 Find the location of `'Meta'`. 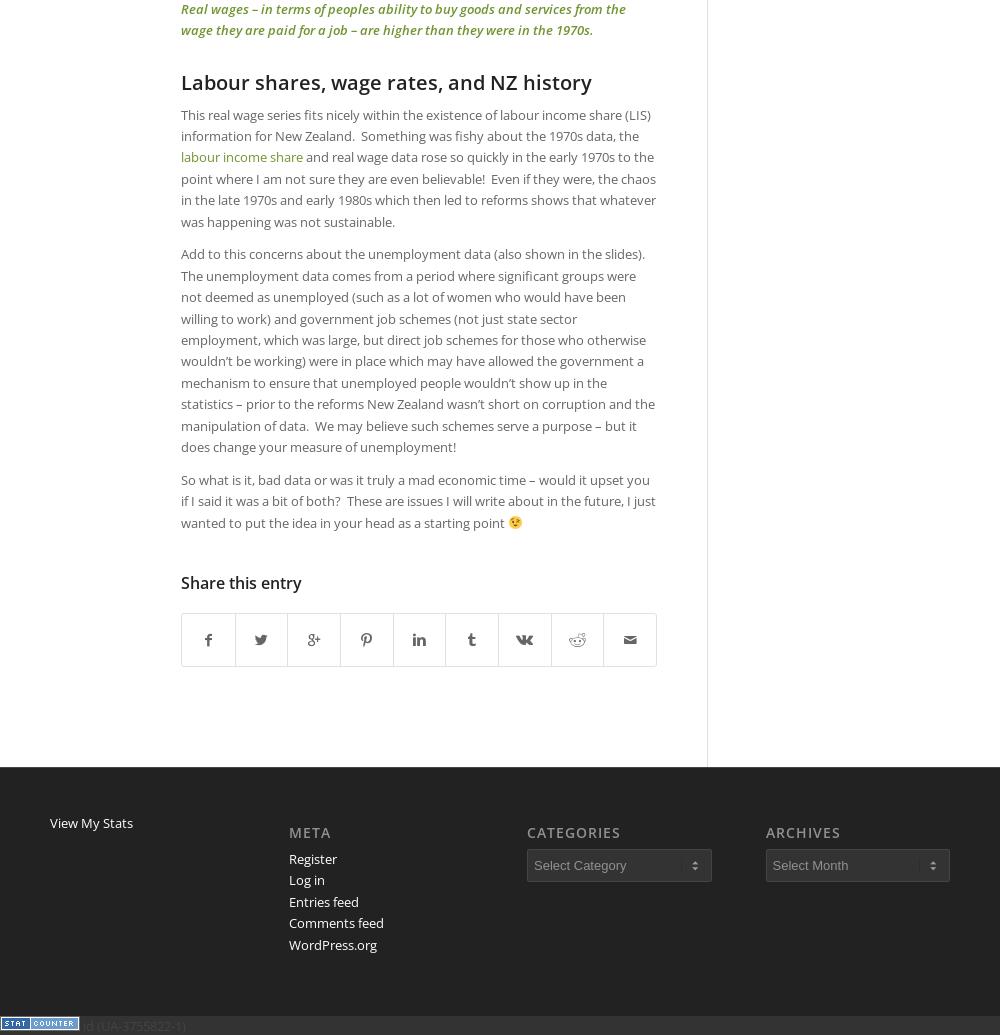

'Meta' is located at coordinates (309, 831).